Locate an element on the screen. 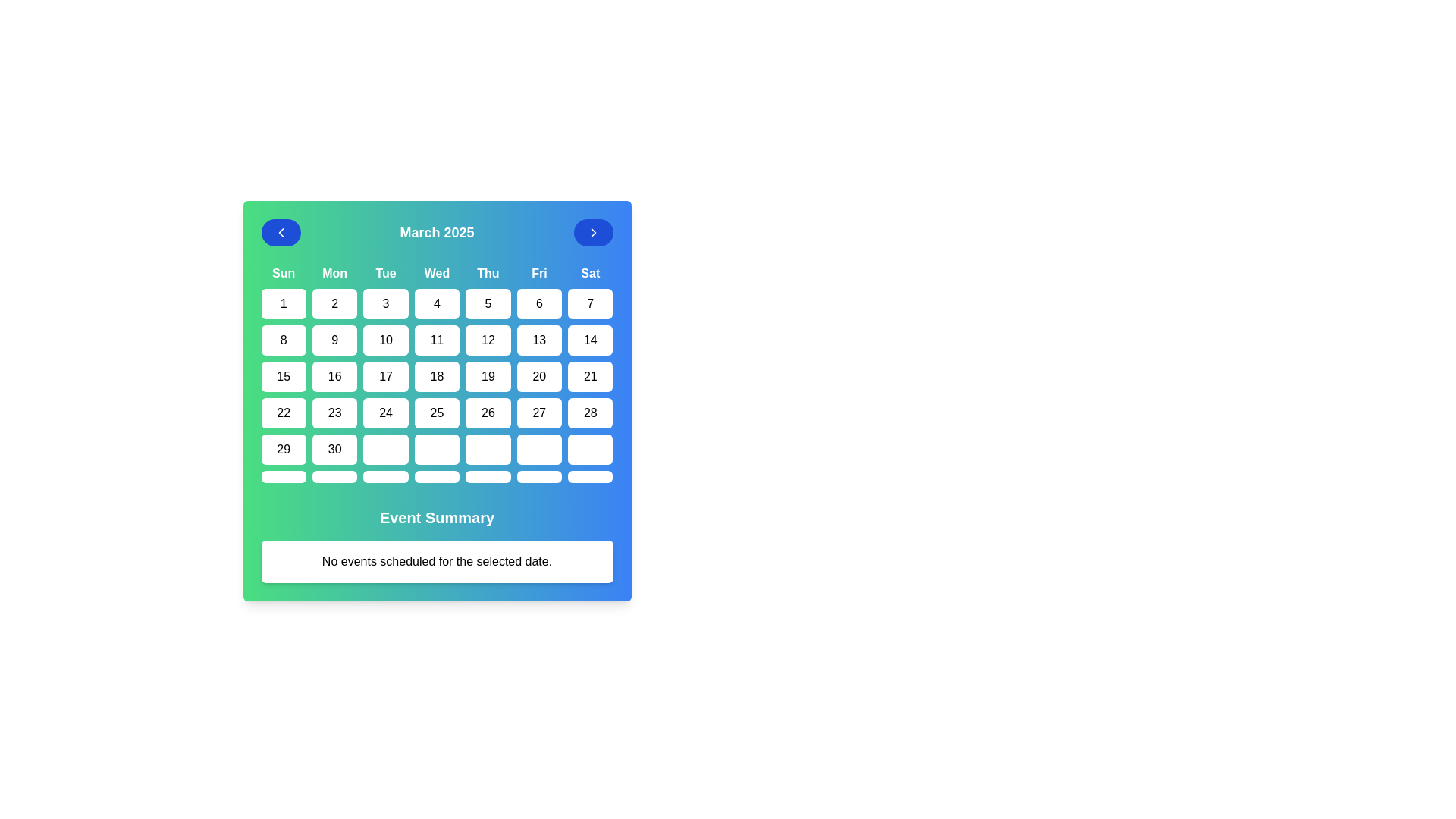  the button displaying the number '25' inside a white rectangular button with rounded corners and black text, located in the sixth column and fourth row of the calendar grid under the 'Wed' header is located at coordinates (436, 413).